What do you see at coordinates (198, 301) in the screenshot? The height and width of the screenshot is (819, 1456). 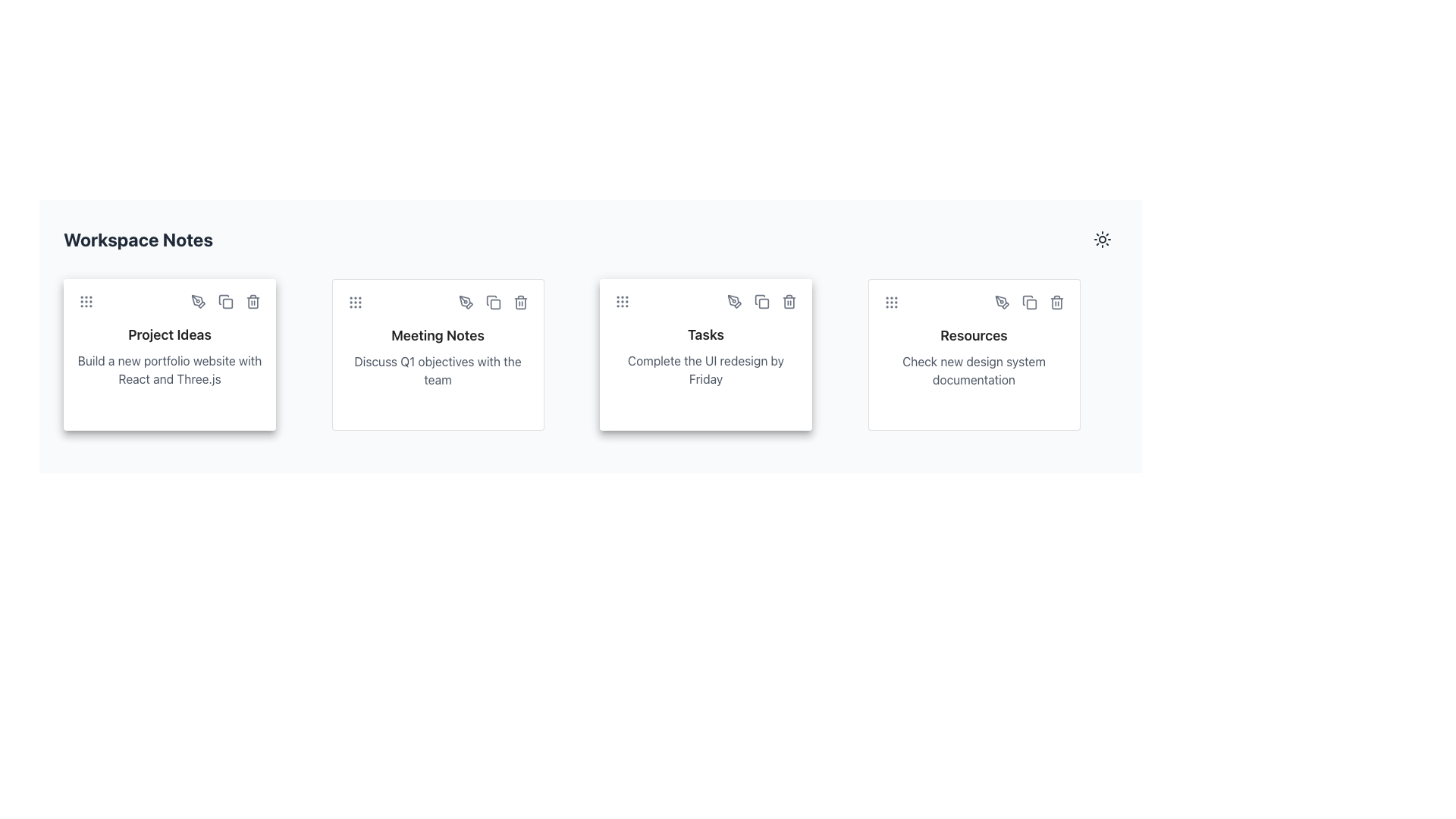 I see `the first interactive button in the toolbar of the 'Project Ideas' card` at bounding box center [198, 301].